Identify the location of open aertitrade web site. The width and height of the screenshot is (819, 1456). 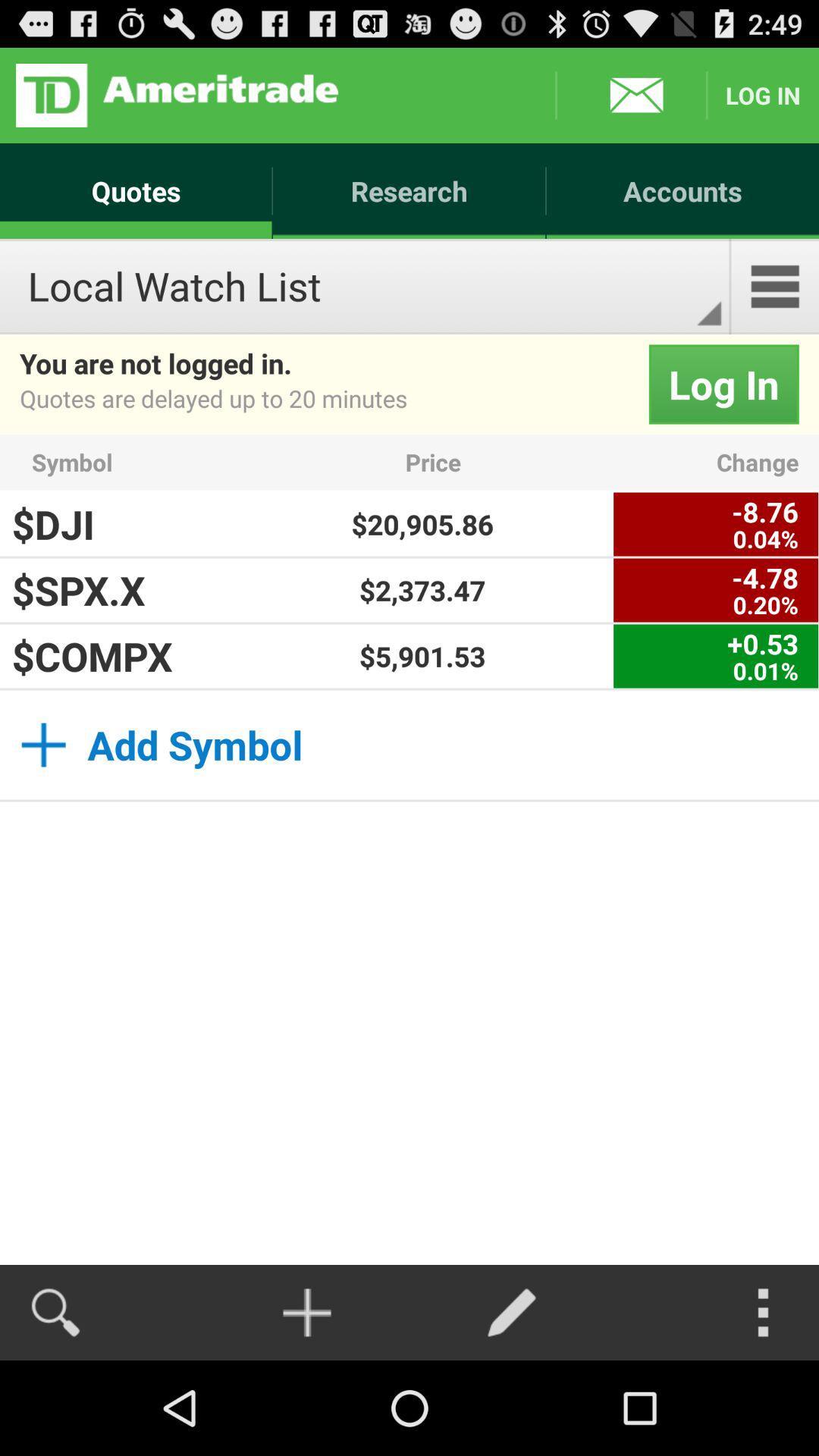
(176, 94).